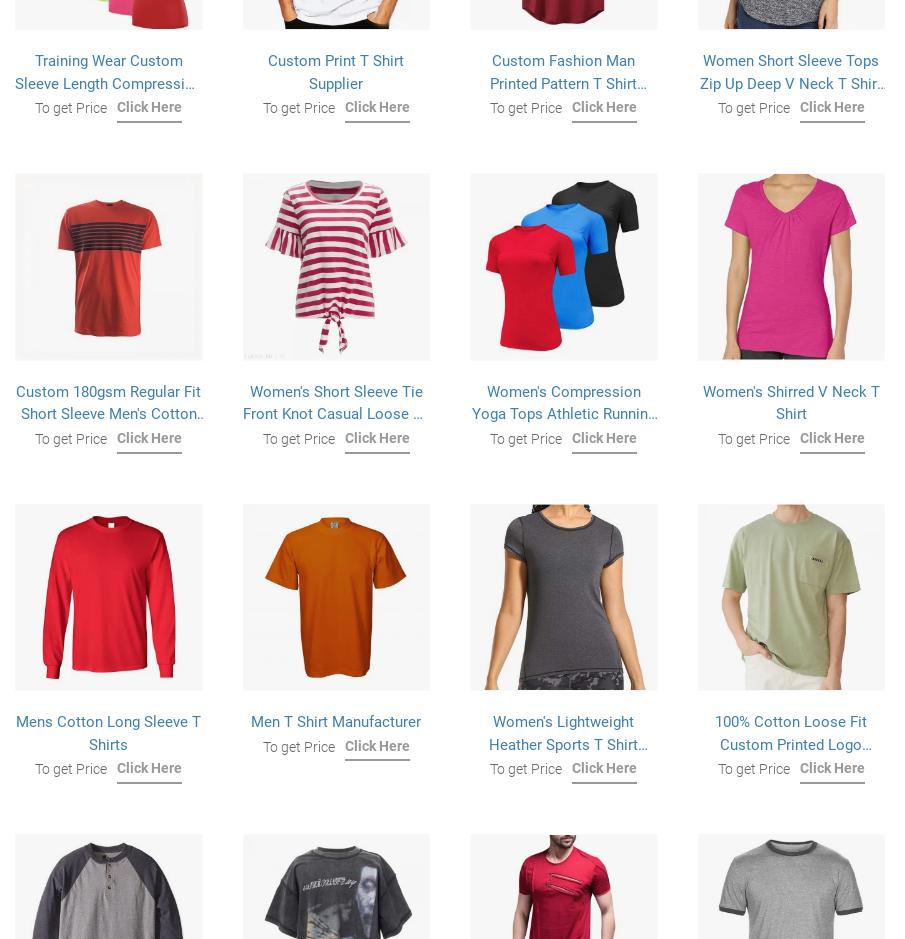 Image resolution: width=905 pixels, height=939 pixels. Describe the element at coordinates (107, 732) in the screenshot. I see `'Mens Cotton Long Sleeve T Shirts'` at that location.